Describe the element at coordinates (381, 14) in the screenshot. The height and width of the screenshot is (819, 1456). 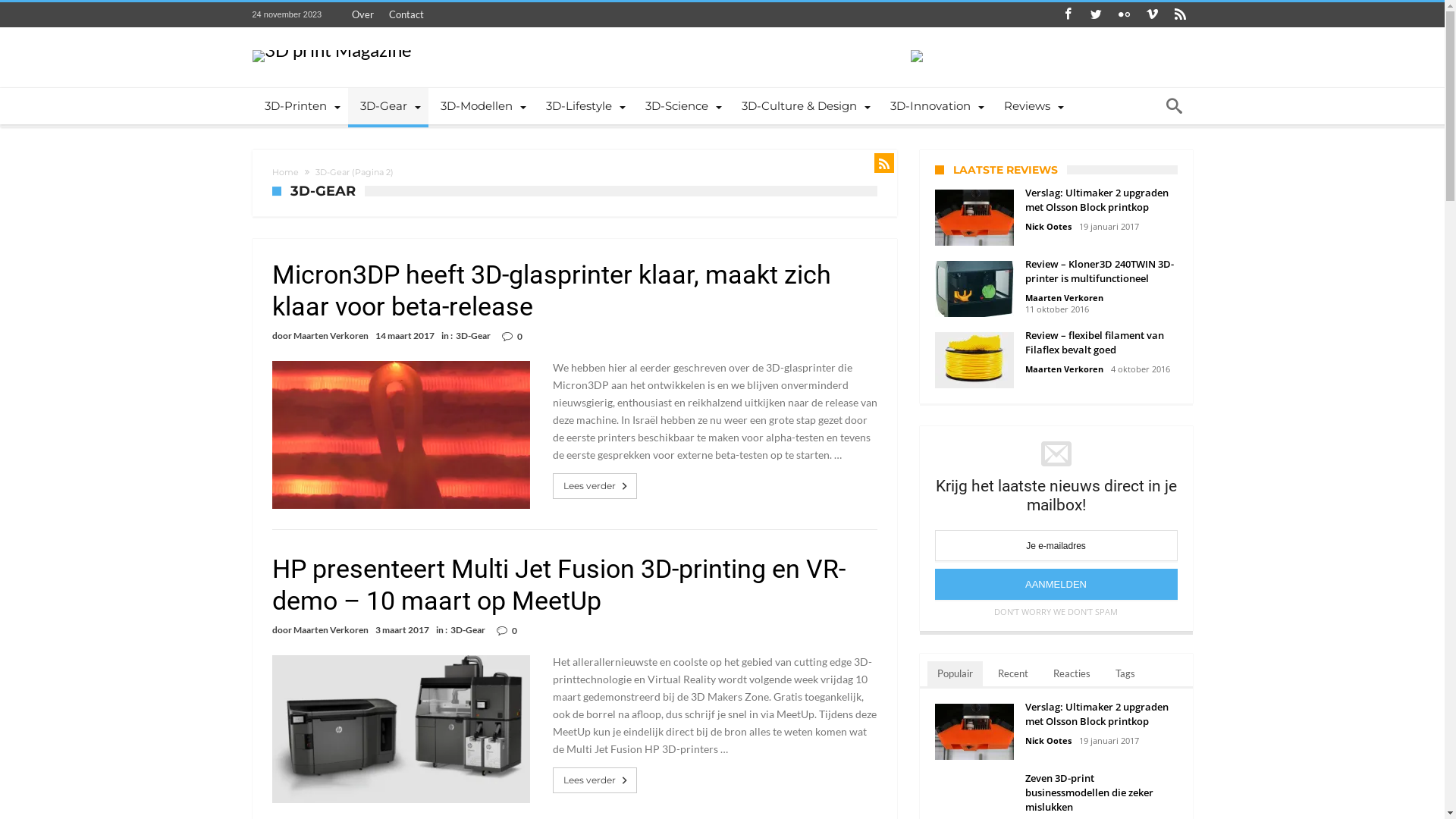
I see `'Contact'` at that location.